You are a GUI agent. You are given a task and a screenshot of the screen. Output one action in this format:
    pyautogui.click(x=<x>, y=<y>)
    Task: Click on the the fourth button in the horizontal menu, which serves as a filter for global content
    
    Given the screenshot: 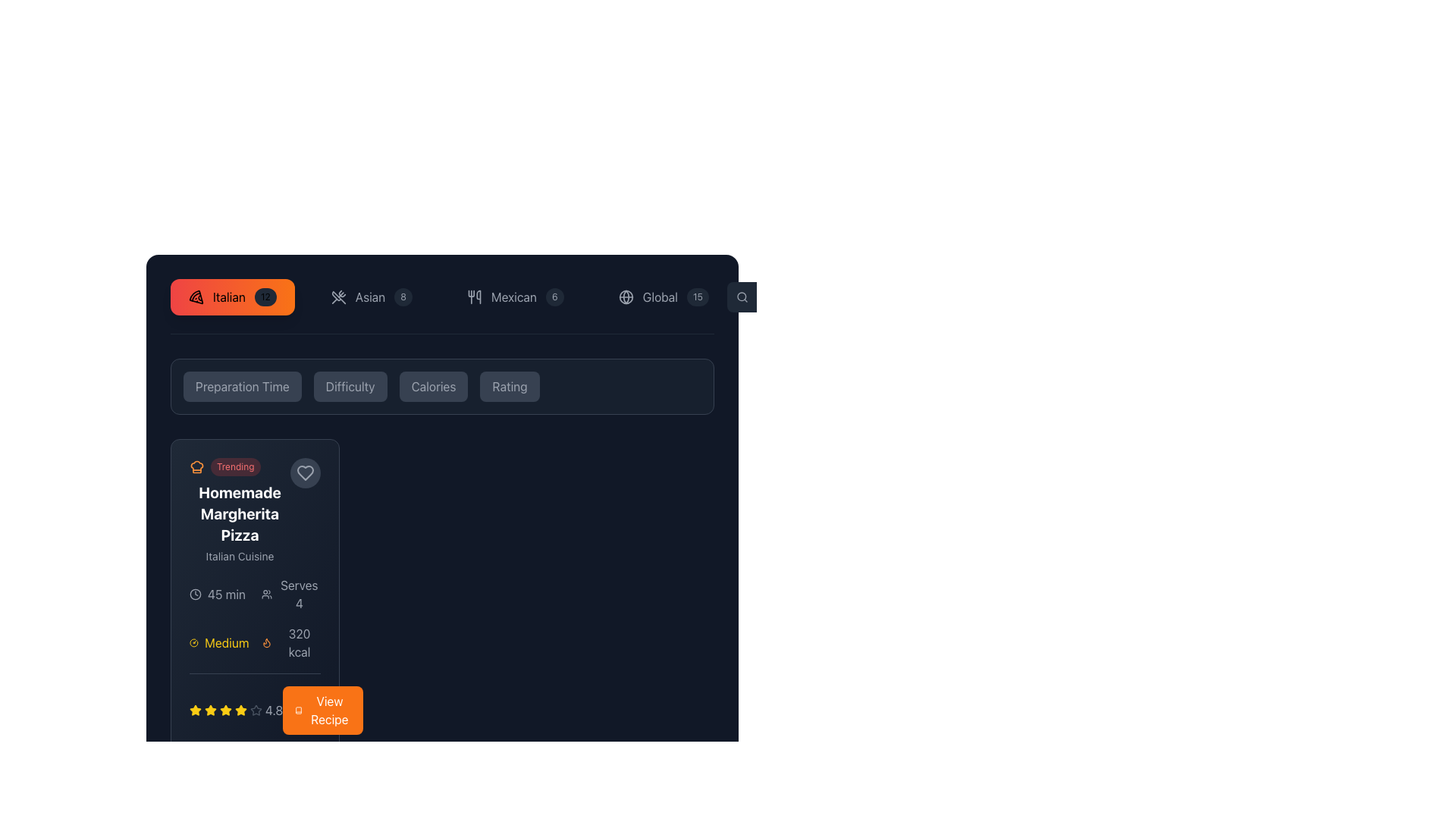 What is the action you would take?
    pyautogui.click(x=664, y=297)
    